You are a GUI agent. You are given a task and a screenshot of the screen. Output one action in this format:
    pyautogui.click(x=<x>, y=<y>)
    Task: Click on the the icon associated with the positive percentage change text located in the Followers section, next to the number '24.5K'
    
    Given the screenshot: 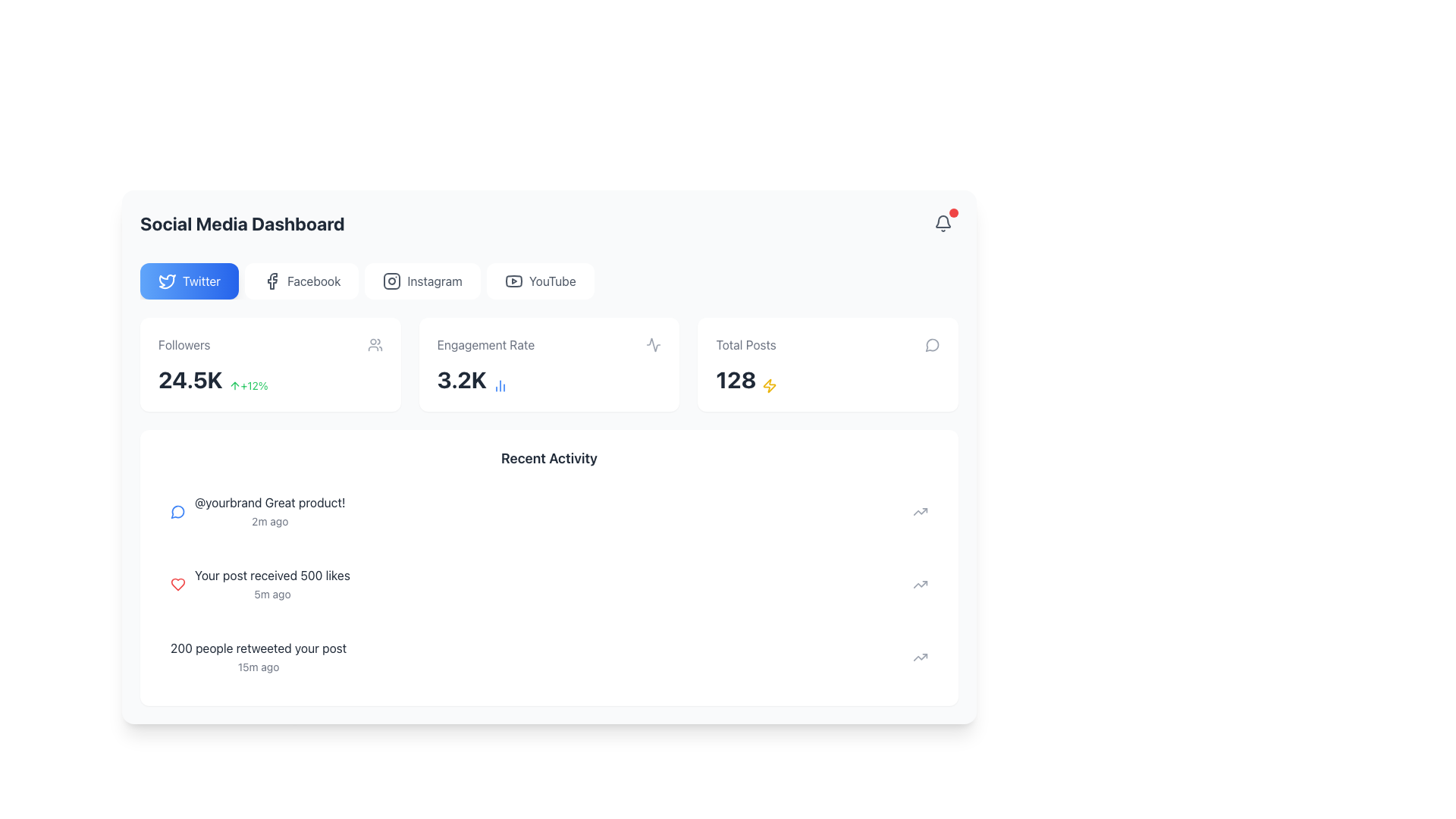 What is the action you would take?
    pyautogui.click(x=248, y=385)
    